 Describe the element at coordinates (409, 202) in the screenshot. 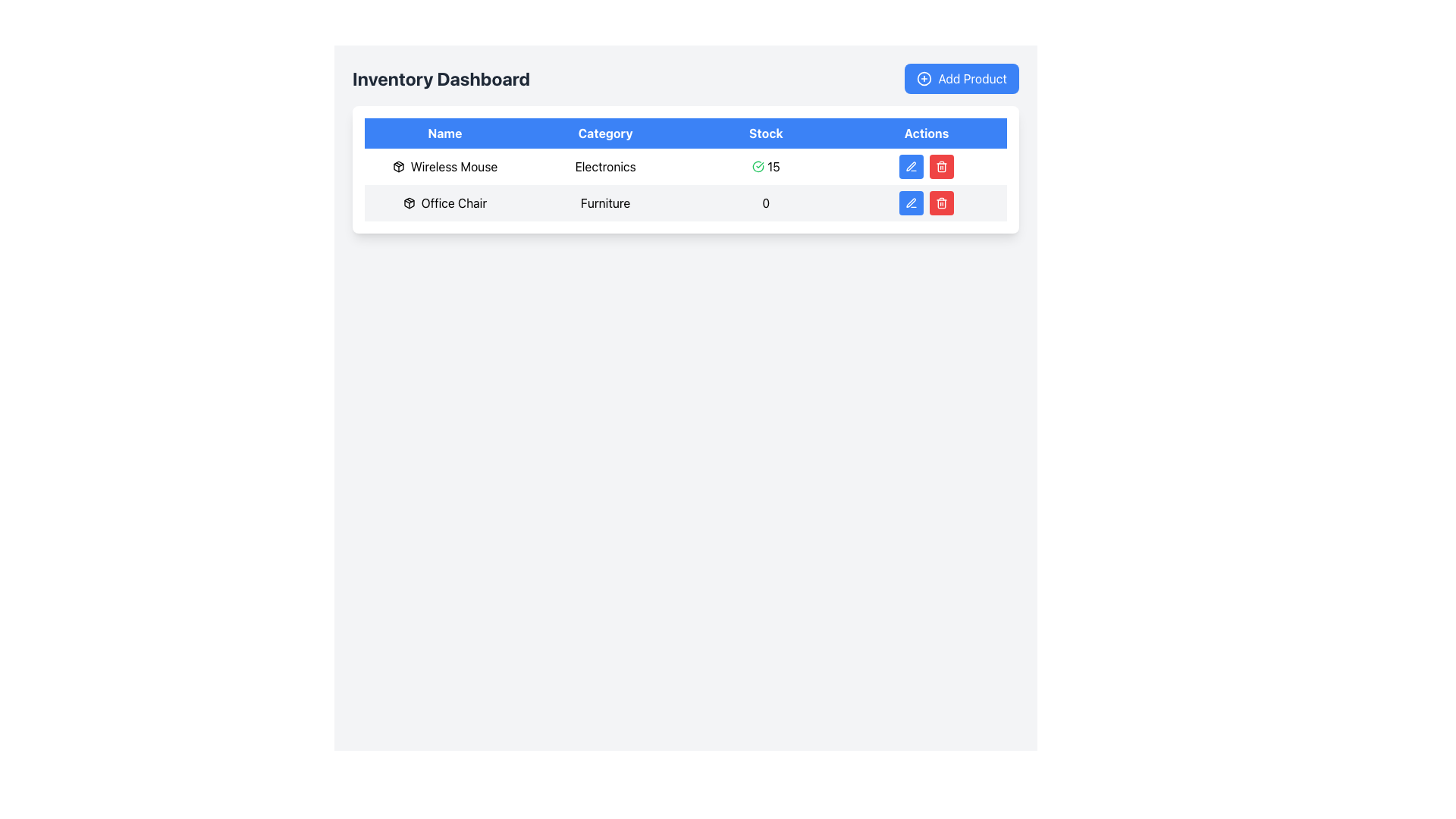

I see `the SVG icon located in the first row of the table under the 'Name' column, which is the first visible element in that cell` at that location.